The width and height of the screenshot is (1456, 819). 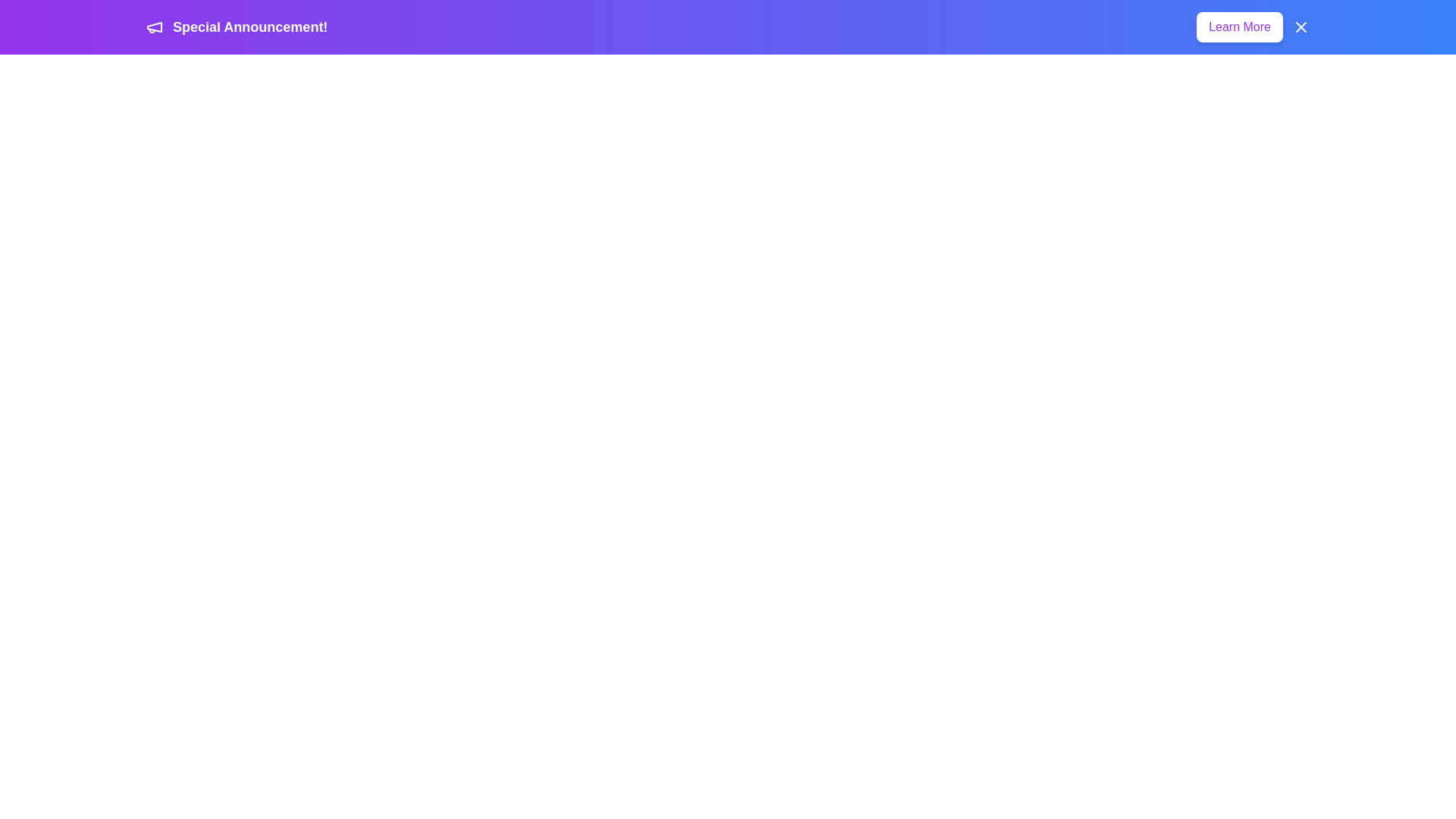 I want to click on 'X' button to close the dialog, so click(x=1301, y=27).